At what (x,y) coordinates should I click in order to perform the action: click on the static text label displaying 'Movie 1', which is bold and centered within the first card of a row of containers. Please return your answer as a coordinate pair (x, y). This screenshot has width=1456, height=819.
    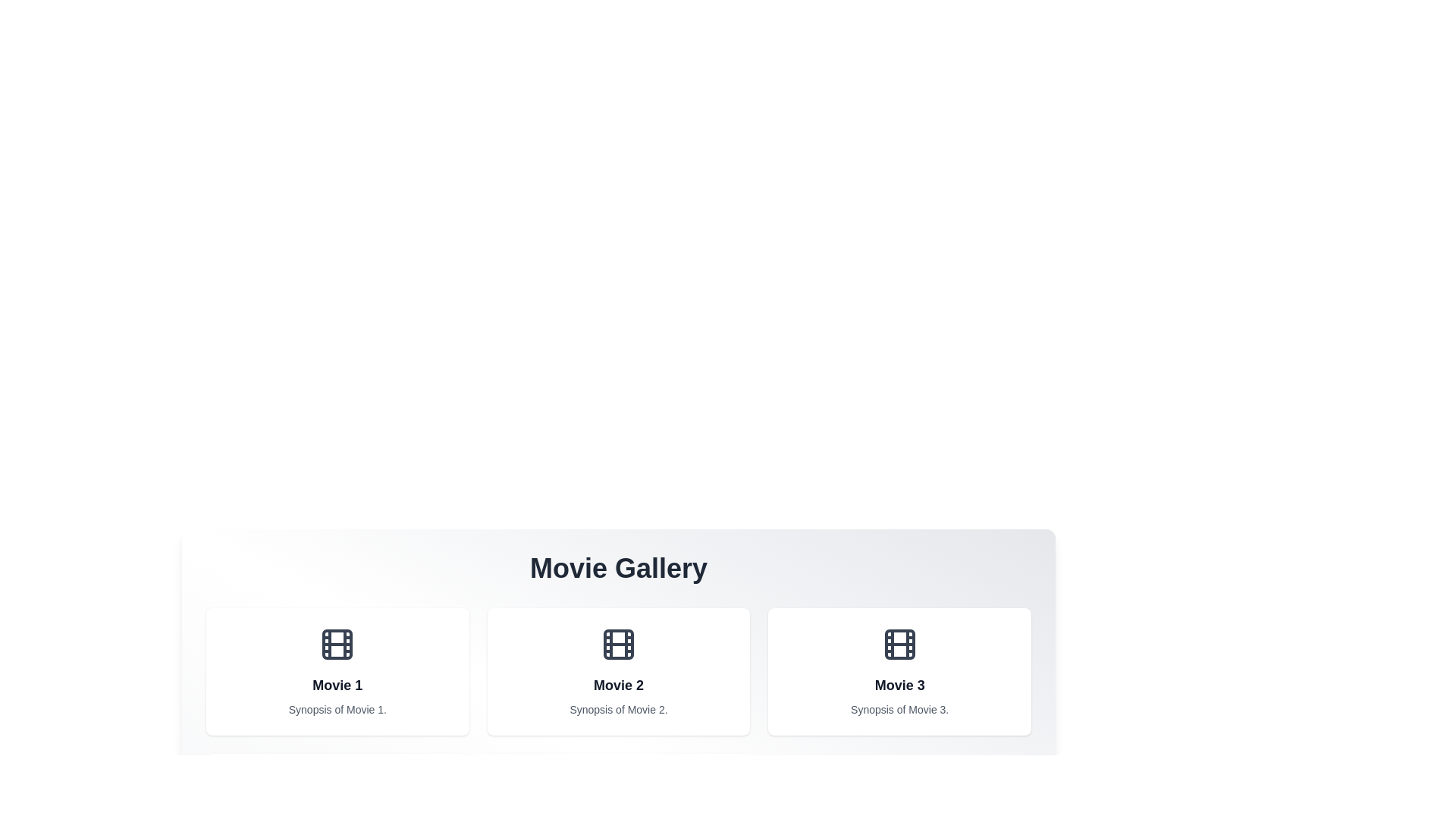
    Looking at the image, I should click on (337, 685).